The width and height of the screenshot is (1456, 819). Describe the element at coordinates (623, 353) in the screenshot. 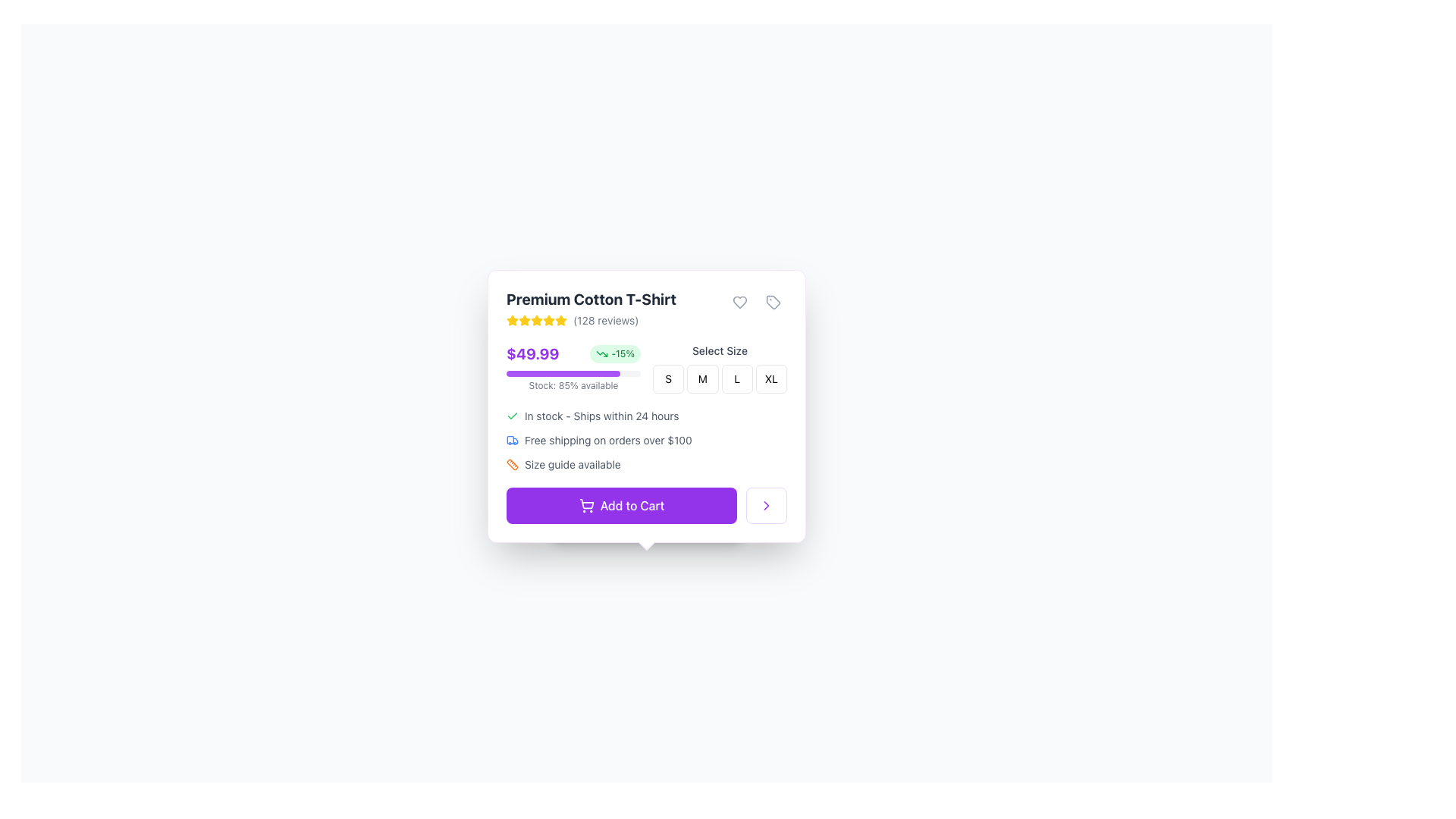

I see `the green discount text label reading '-15%'` at that location.